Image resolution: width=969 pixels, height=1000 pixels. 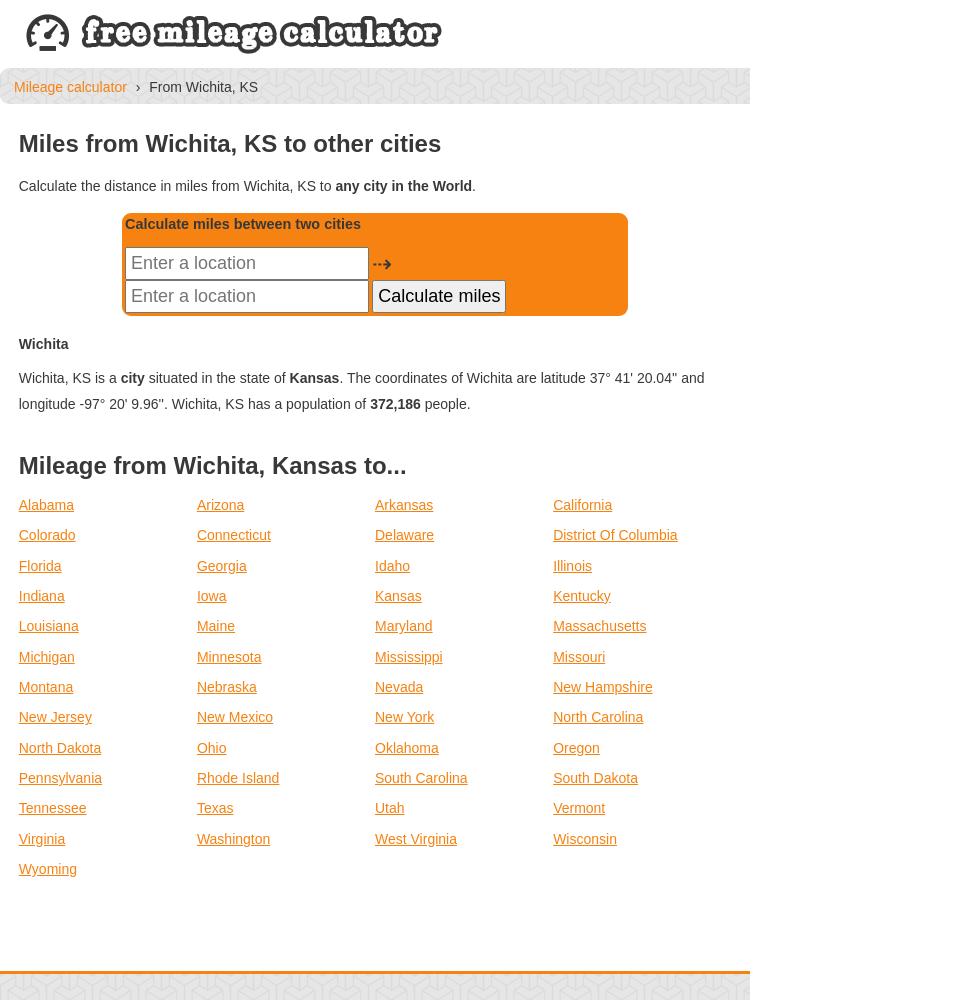 I want to click on 'Tennessee', so click(x=51, y=808).